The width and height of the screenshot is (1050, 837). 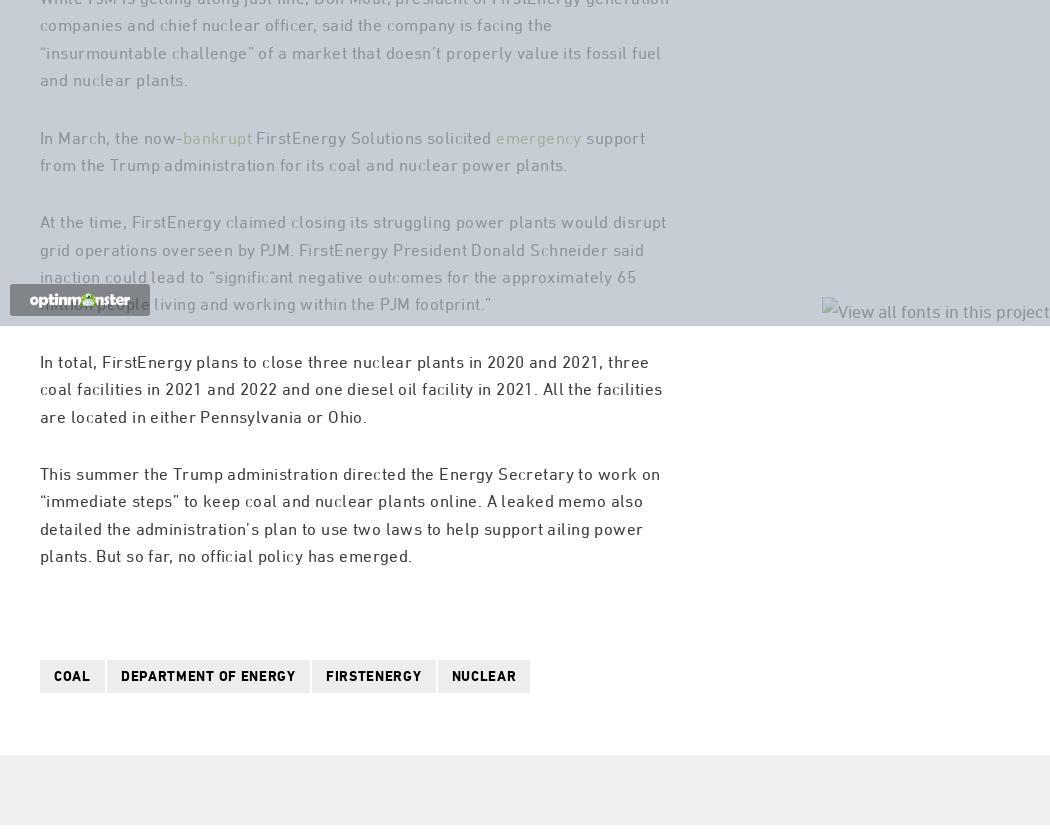 I want to click on 'FirstEnergy Solutions solicited', so click(x=373, y=217).